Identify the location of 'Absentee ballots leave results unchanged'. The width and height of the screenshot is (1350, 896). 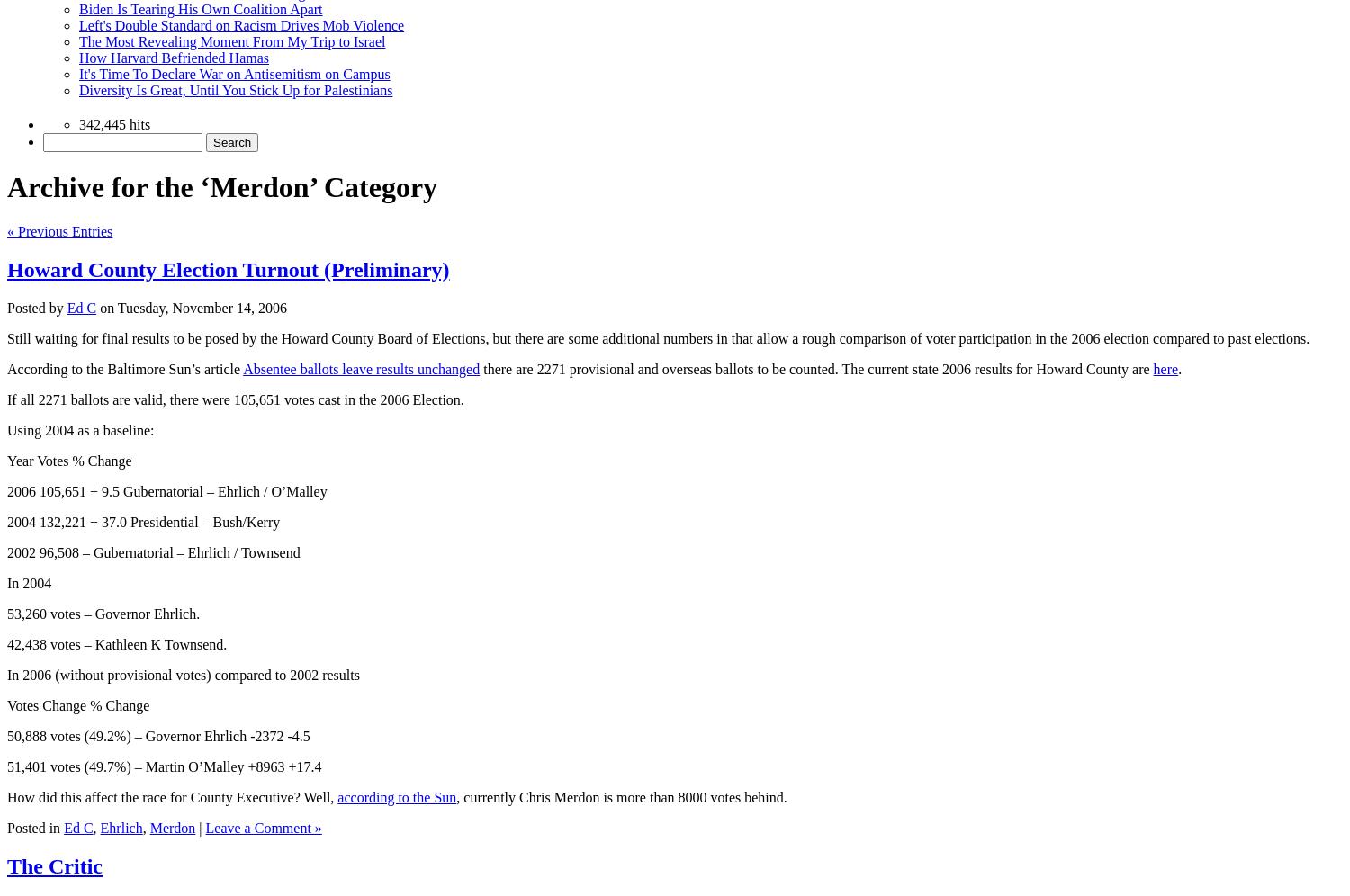
(361, 367).